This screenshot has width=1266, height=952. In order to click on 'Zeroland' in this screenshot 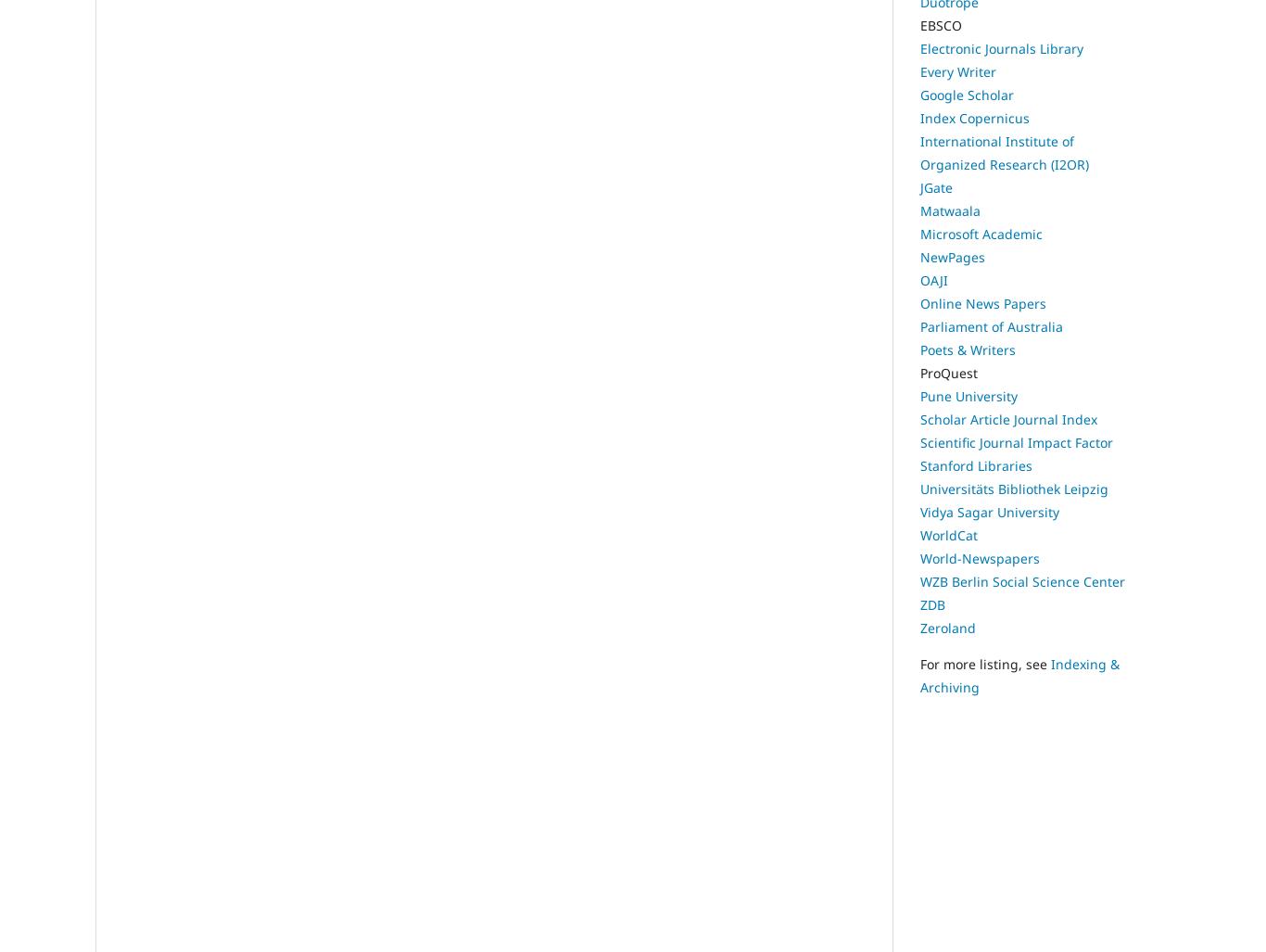, I will do `click(947, 627)`.